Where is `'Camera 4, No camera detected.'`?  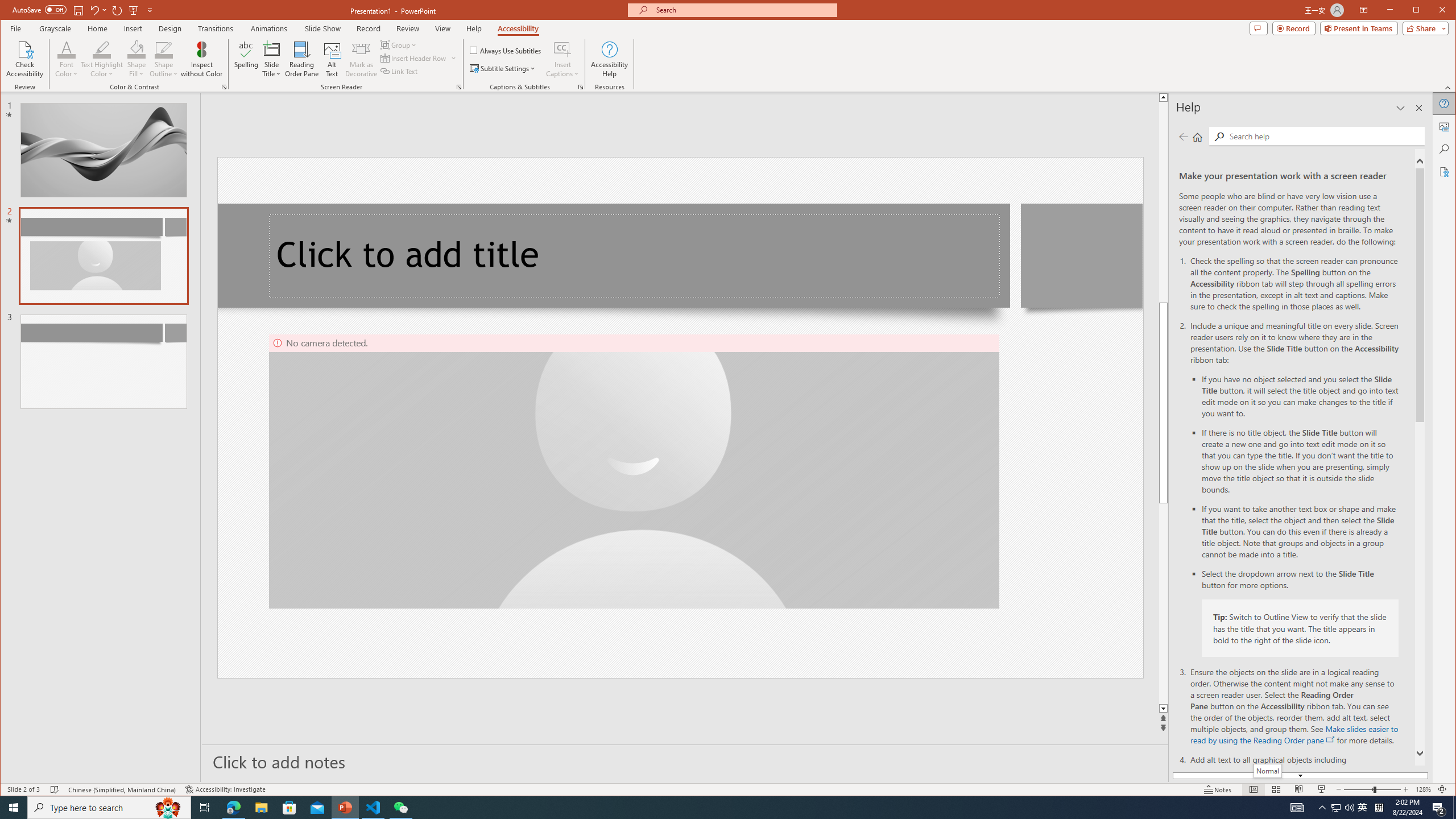 'Camera 4, No camera detected.' is located at coordinates (633, 470).